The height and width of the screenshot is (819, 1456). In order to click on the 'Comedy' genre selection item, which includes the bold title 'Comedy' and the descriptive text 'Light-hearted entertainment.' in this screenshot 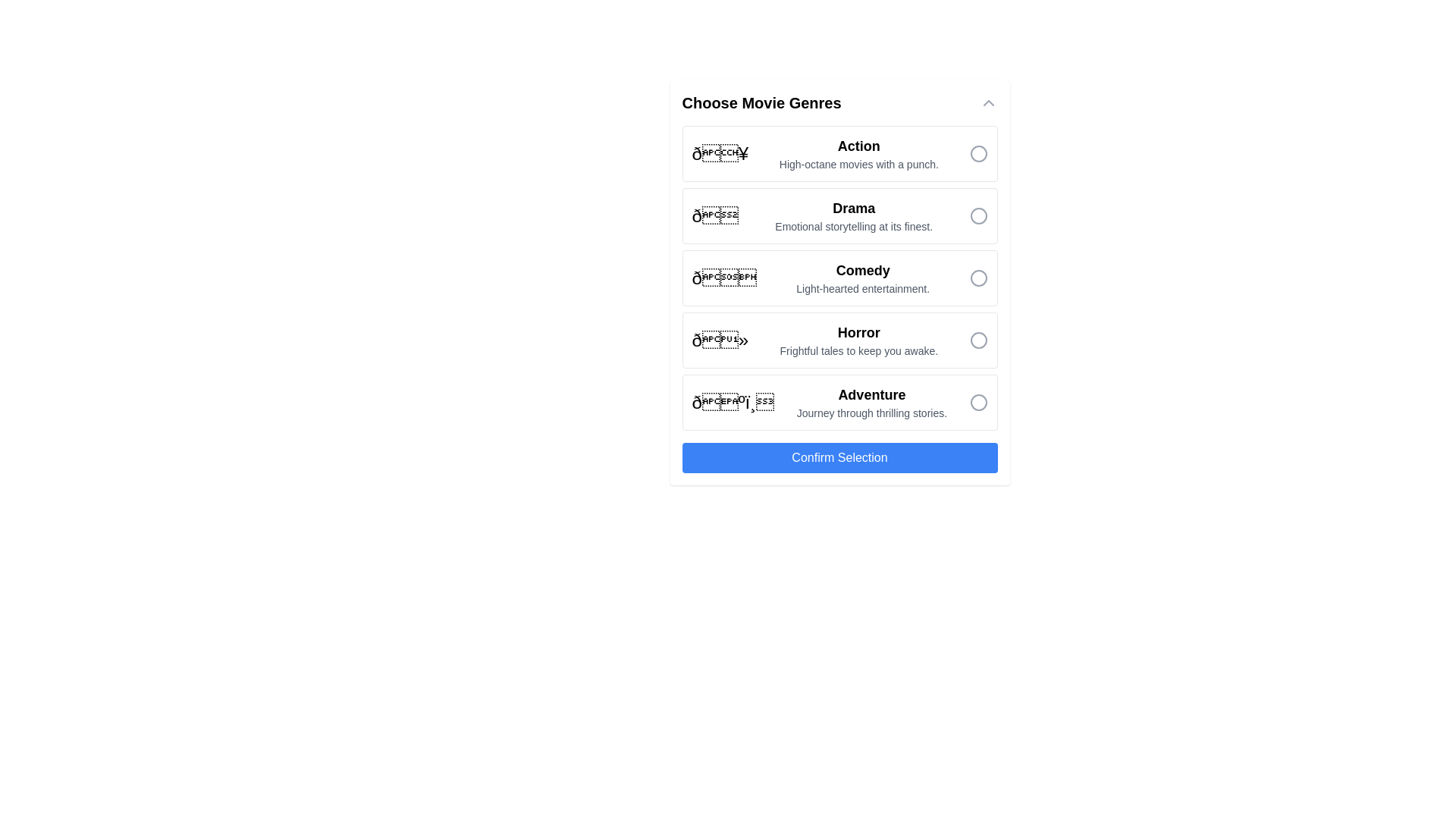, I will do `click(839, 278)`.